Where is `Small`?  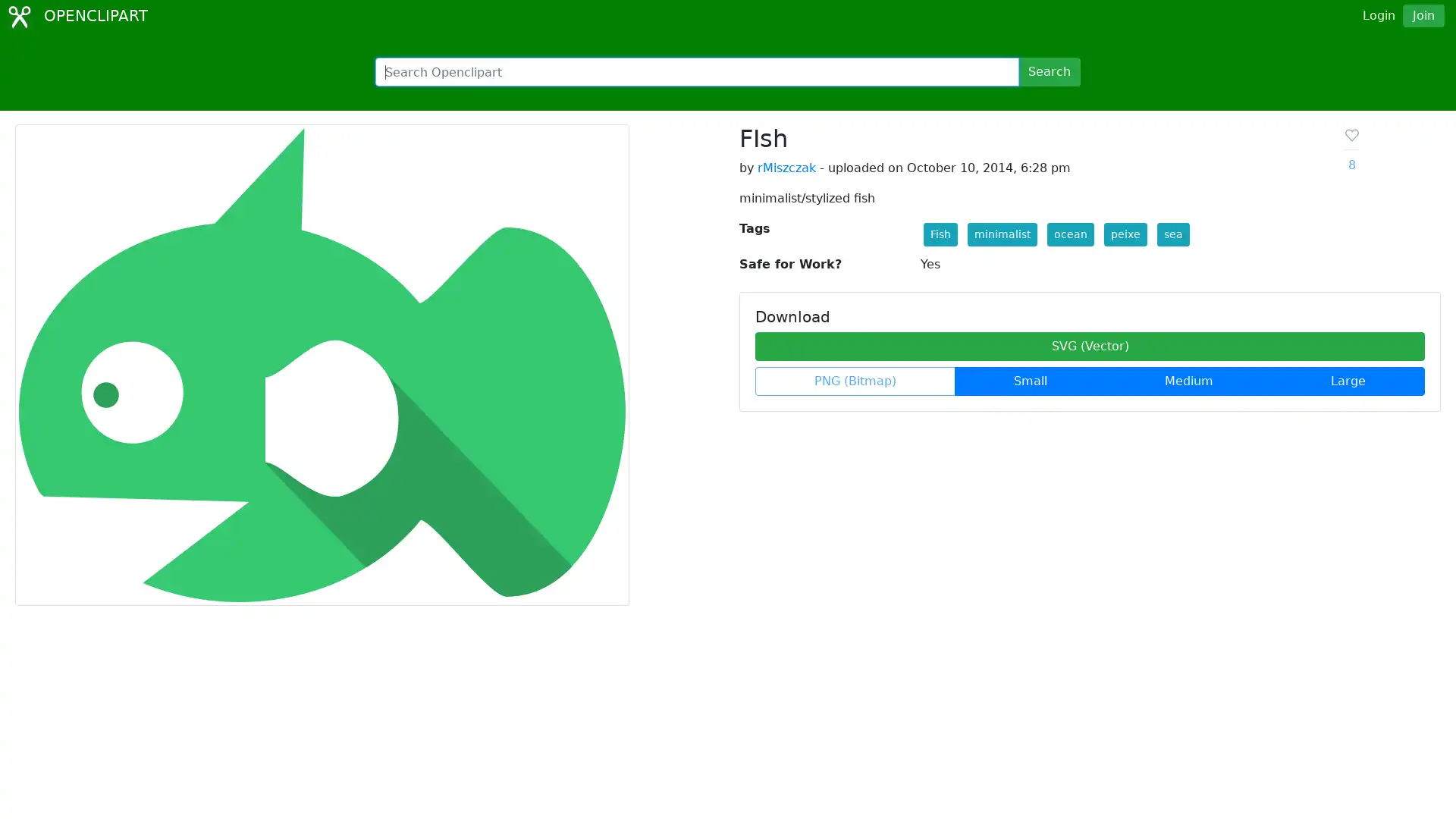 Small is located at coordinates (1030, 380).